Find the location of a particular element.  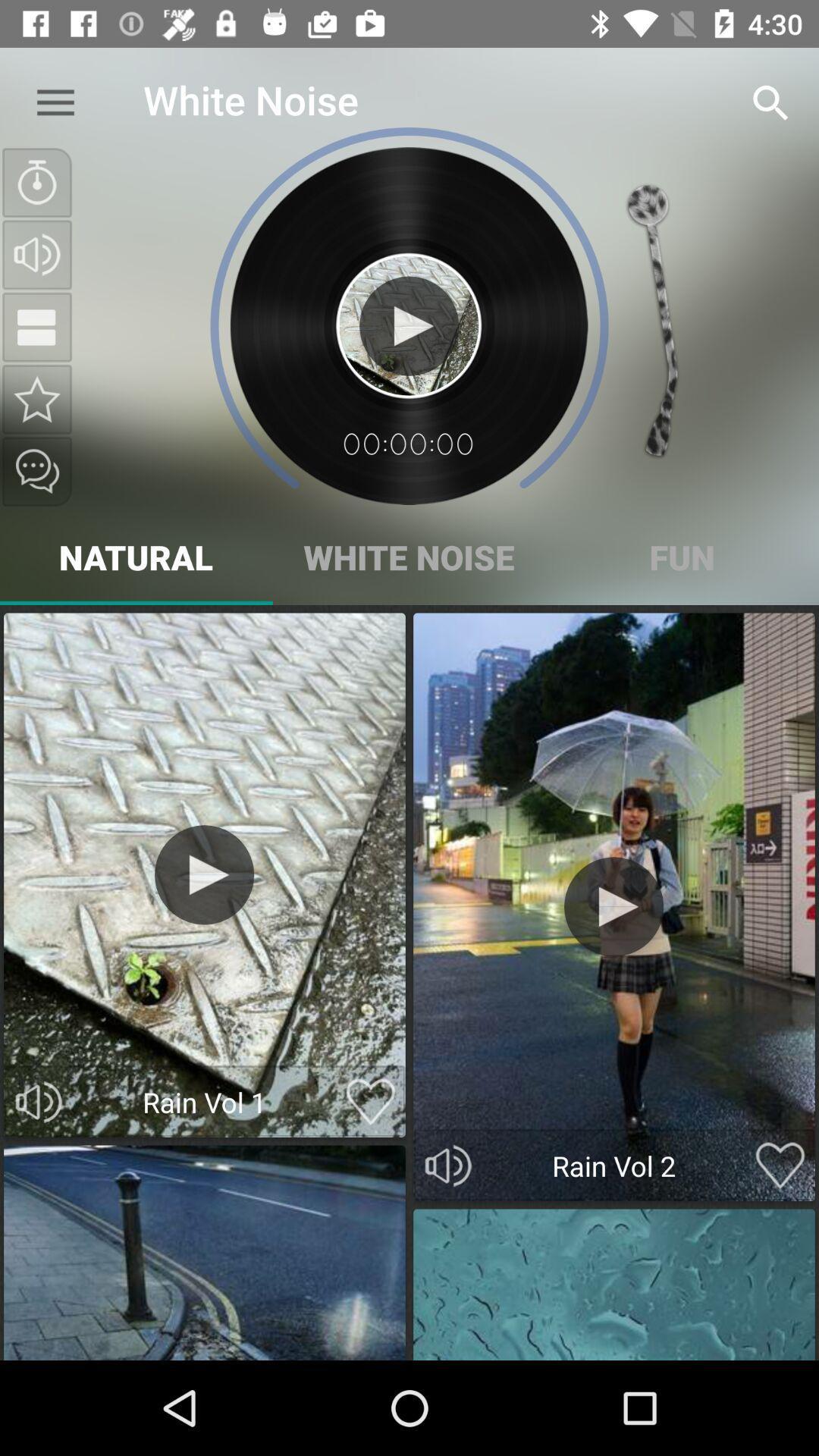

the volume icon is located at coordinates (36, 255).